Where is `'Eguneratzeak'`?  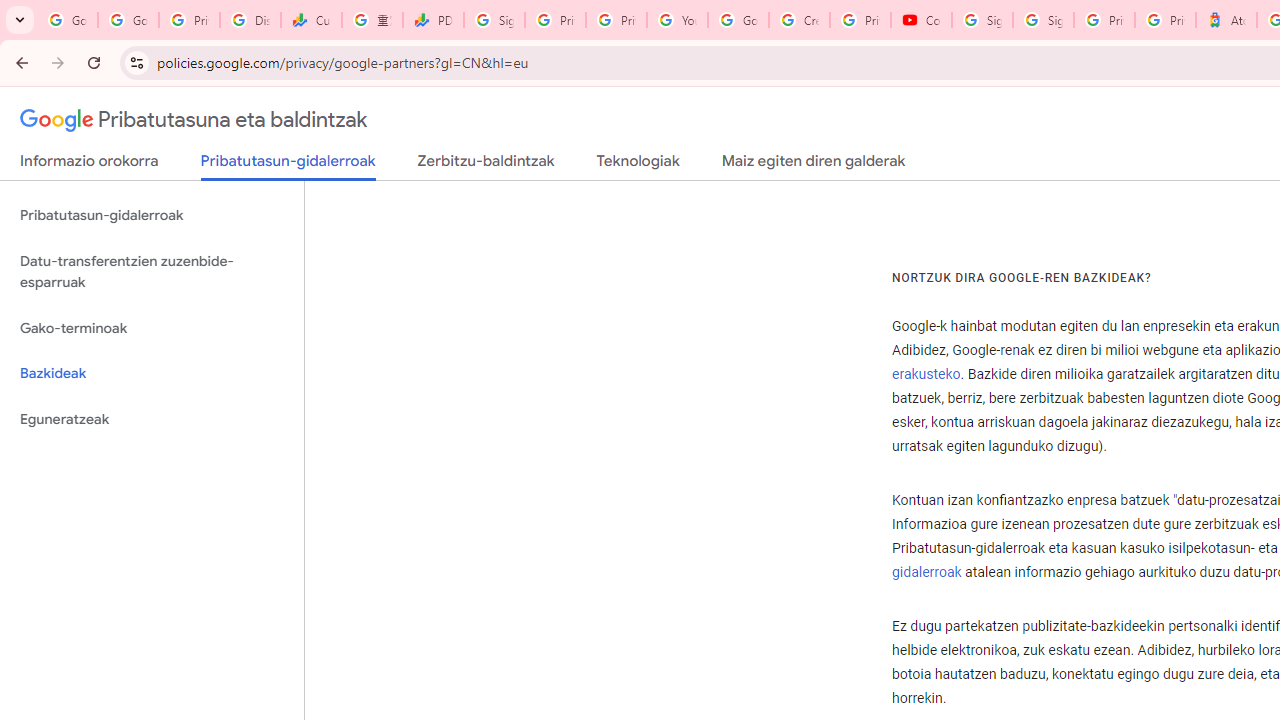 'Eguneratzeak' is located at coordinates (151, 418).